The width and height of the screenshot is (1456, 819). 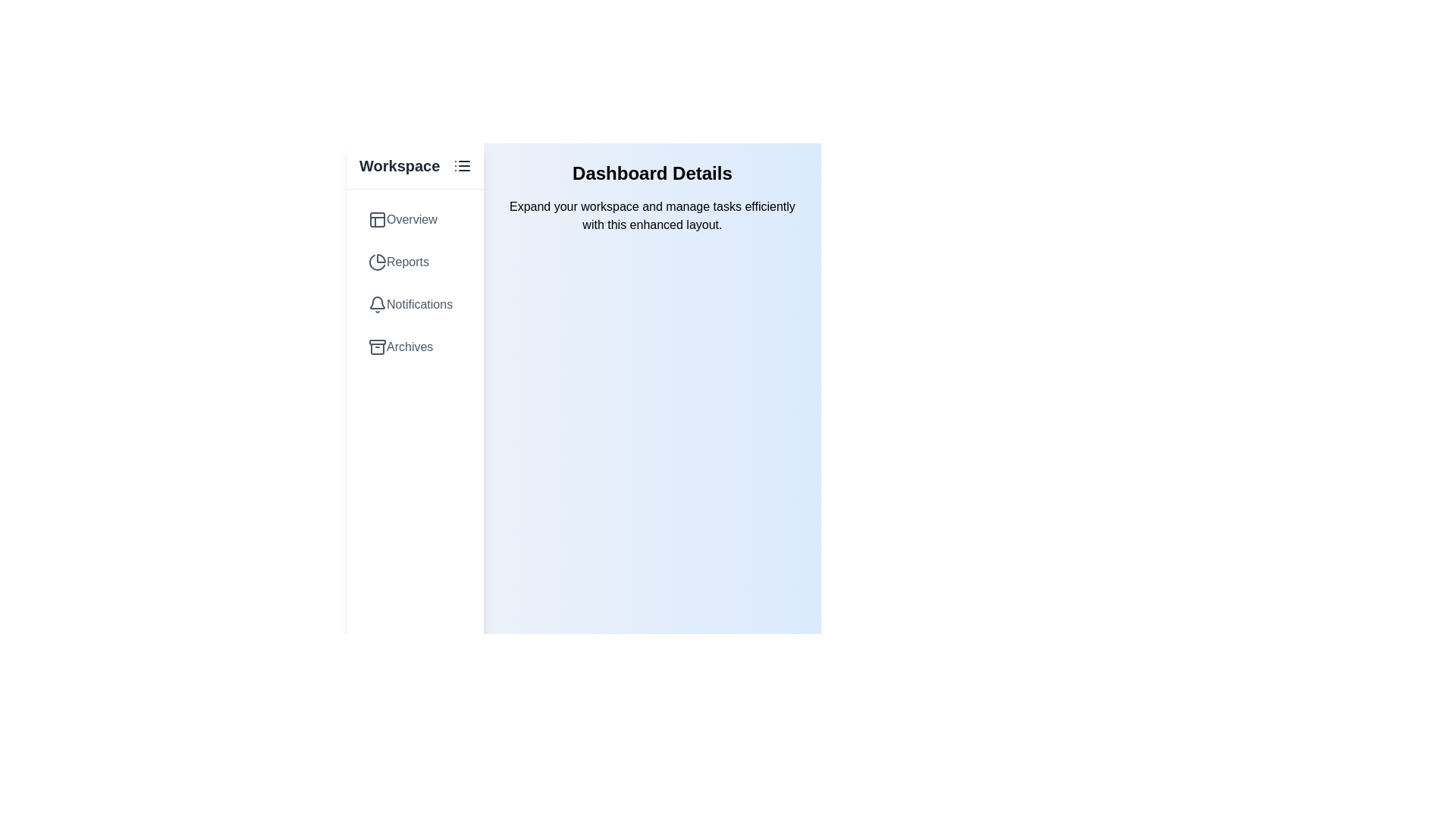 What do you see at coordinates (415, 347) in the screenshot?
I see `the item labeled Archives in the list` at bounding box center [415, 347].